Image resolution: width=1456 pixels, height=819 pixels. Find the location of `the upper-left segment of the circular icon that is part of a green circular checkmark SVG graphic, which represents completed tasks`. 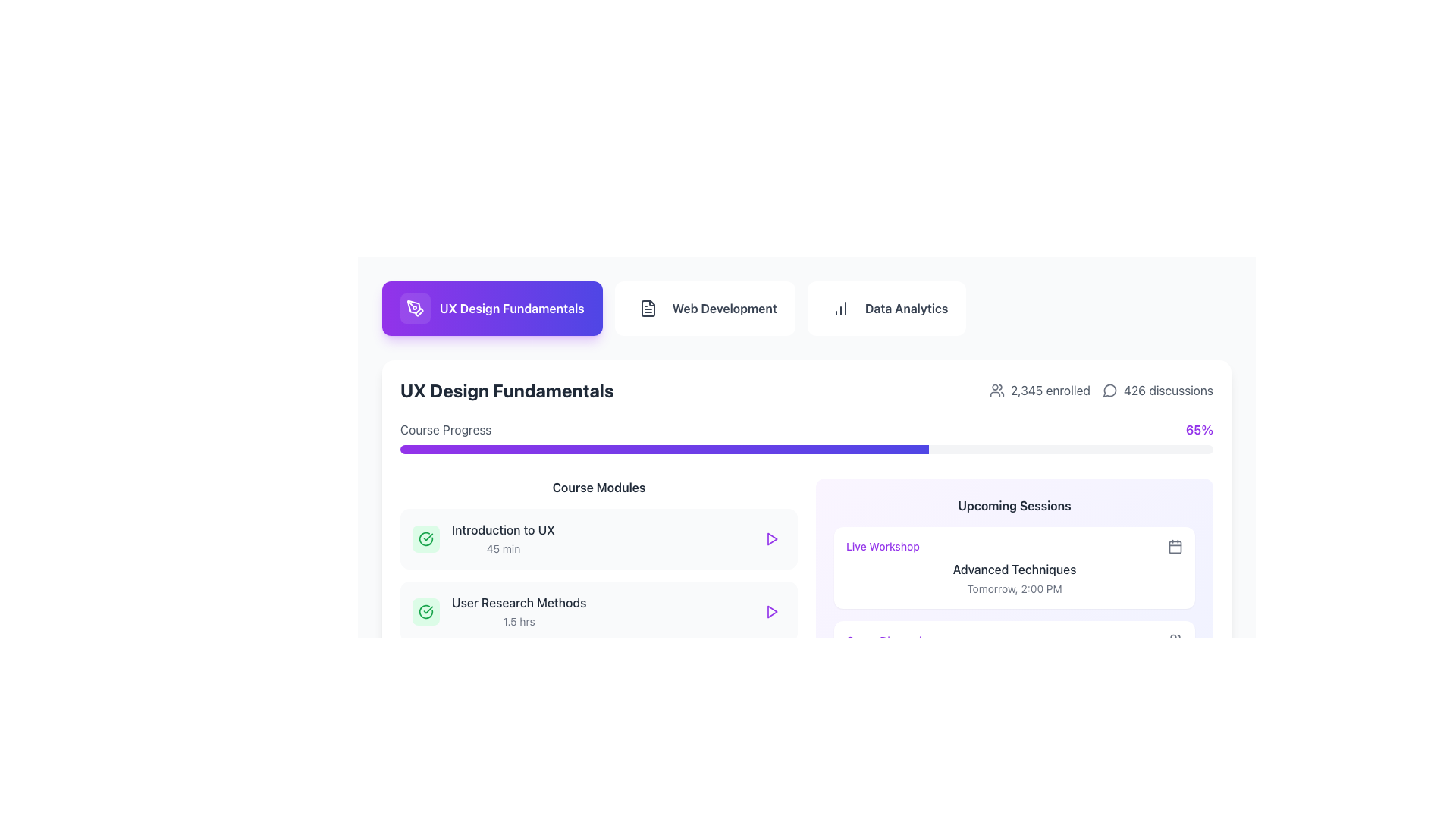

the upper-left segment of the circular icon that is part of a green circular checkmark SVG graphic, which represents completed tasks is located at coordinates (425, 538).